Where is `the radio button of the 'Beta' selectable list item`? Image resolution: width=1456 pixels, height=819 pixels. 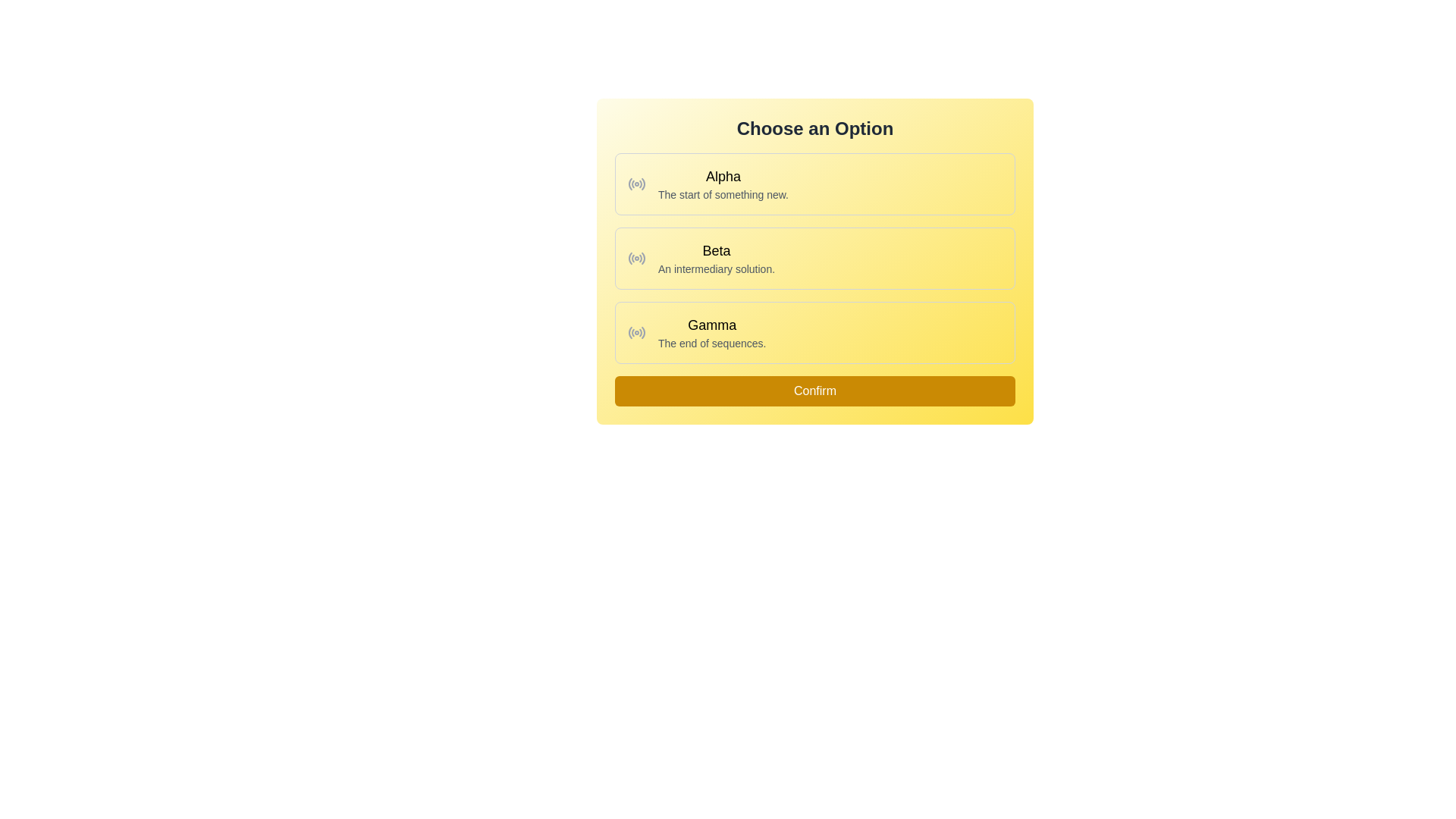
the radio button of the 'Beta' selectable list item is located at coordinates (814, 260).